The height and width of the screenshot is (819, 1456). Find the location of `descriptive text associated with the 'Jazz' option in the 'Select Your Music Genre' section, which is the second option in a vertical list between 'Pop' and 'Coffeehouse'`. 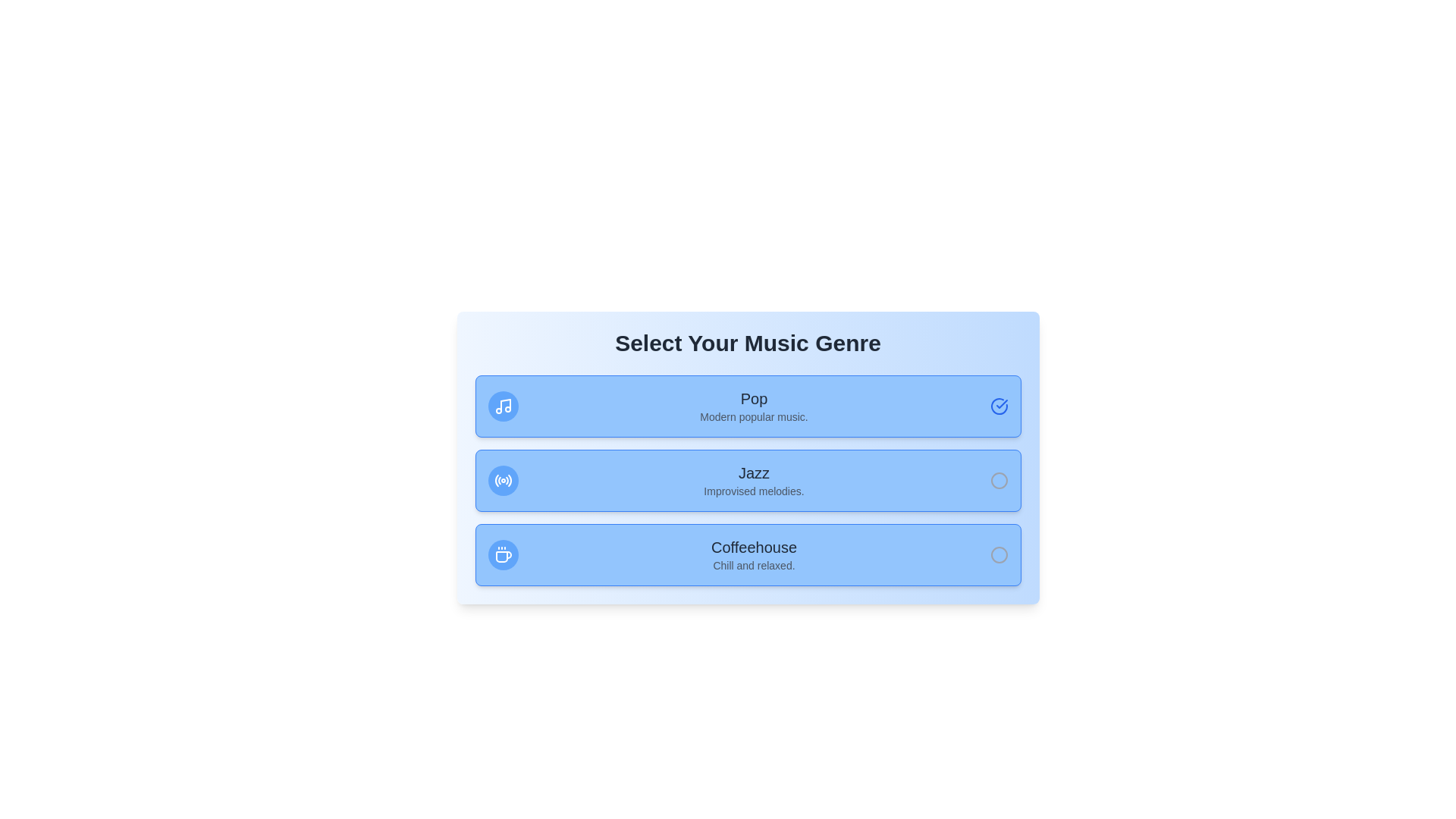

descriptive text associated with the 'Jazz' option in the 'Select Your Music Genre' section, which is the second option in a vertical list between 'Pop' and 'Coffeehouse' is located at coordinates (748, 457).